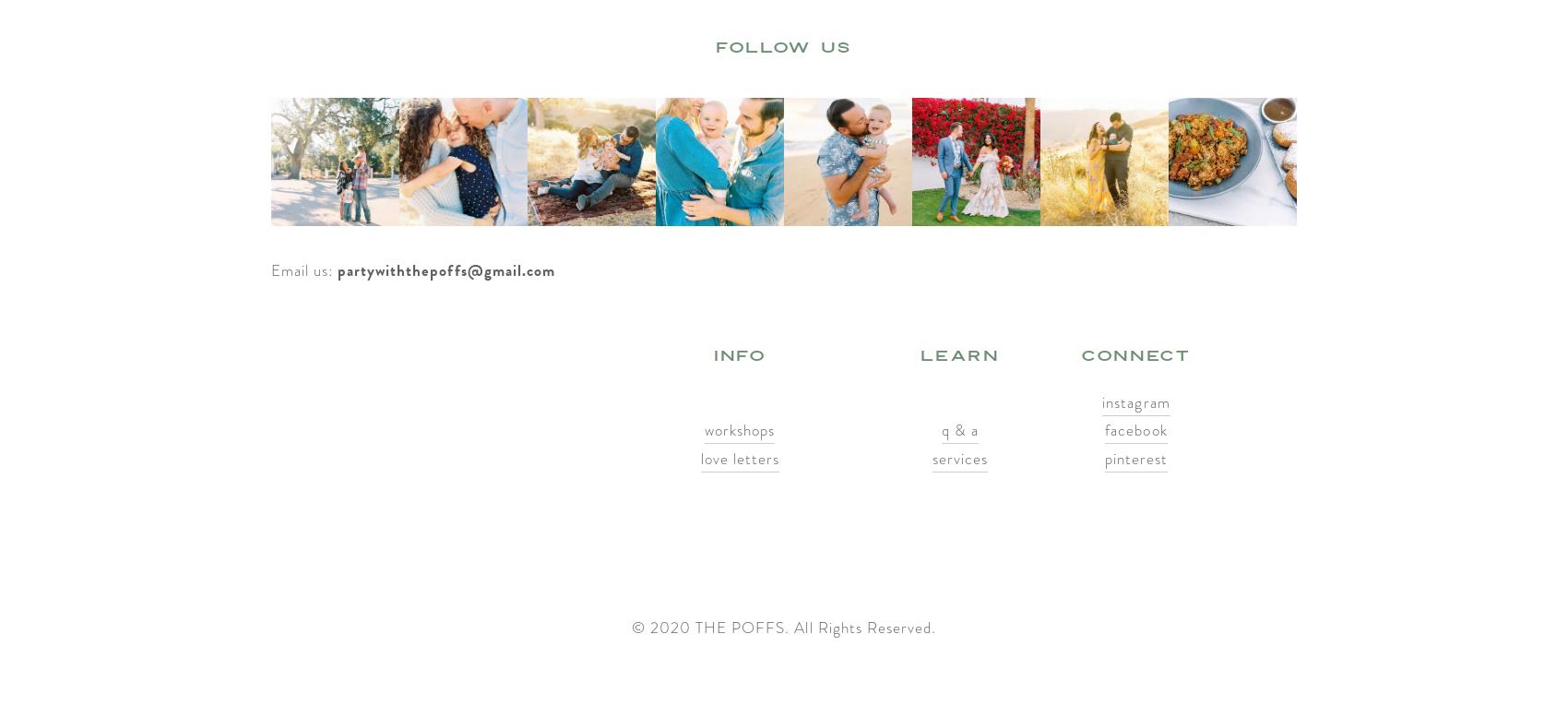 The width and height of the screenshot is (1568, 706). I want to click on 'CONNECT', so click(1134, 355).